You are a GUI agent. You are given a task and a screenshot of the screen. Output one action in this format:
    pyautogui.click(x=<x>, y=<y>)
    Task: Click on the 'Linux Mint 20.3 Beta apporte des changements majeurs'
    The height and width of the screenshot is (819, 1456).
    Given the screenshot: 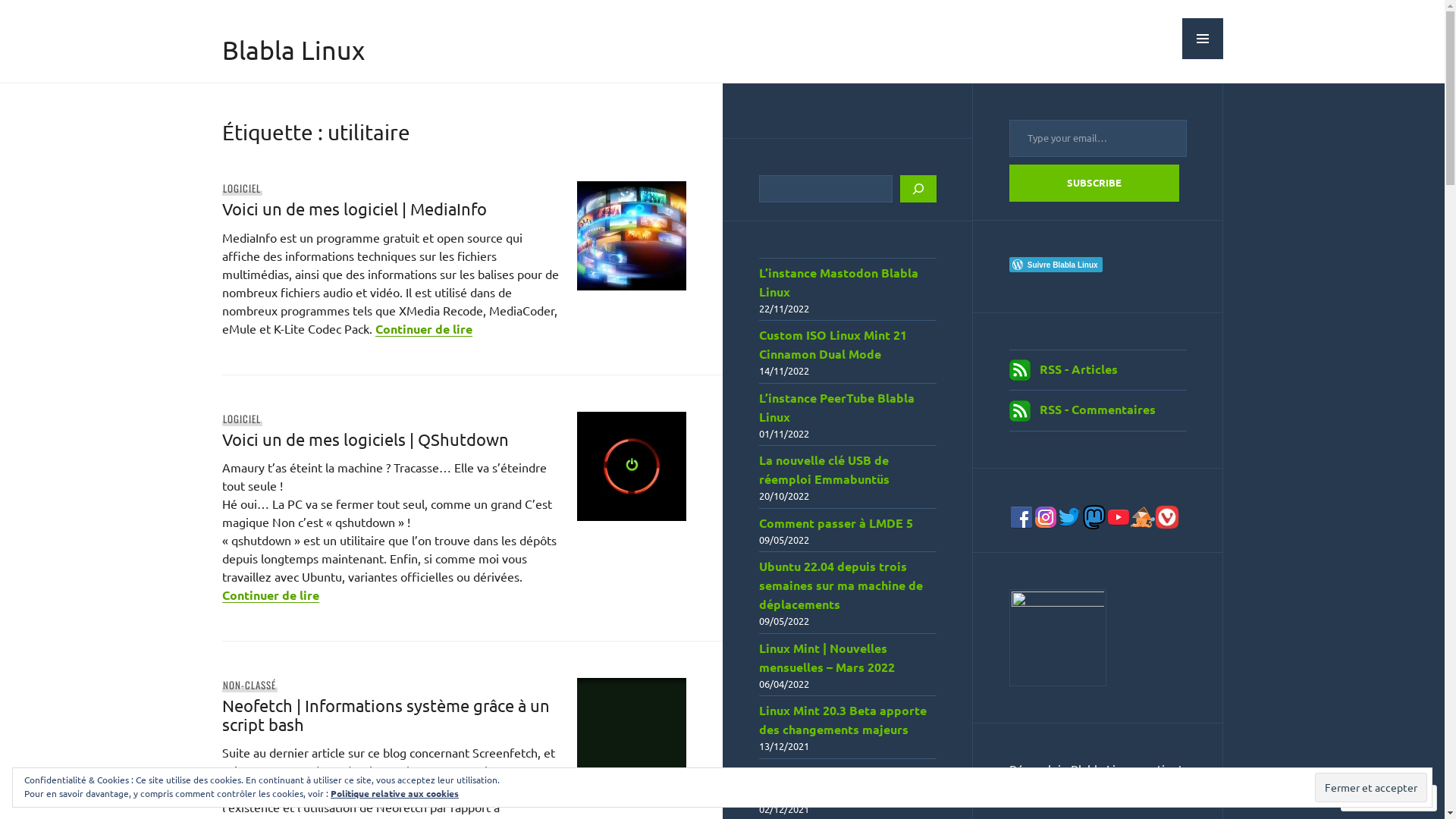 What is the action you would take?
    pyautogui.click(x=841, y=718)
    